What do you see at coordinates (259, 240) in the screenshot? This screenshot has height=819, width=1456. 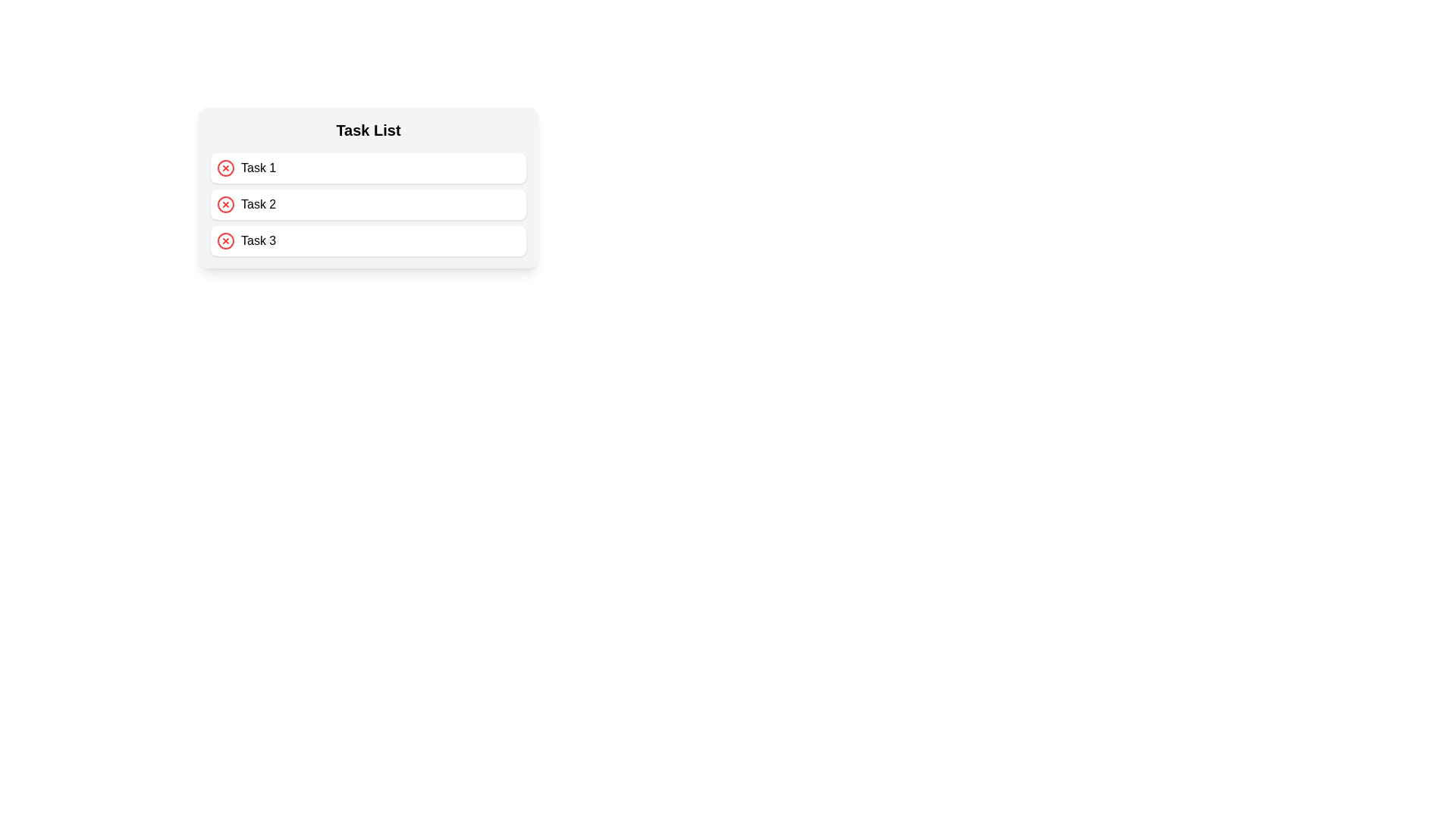 I see `the text label displaying 'Task 3', which is the third item in the task list` at bounding box center [259, 240].